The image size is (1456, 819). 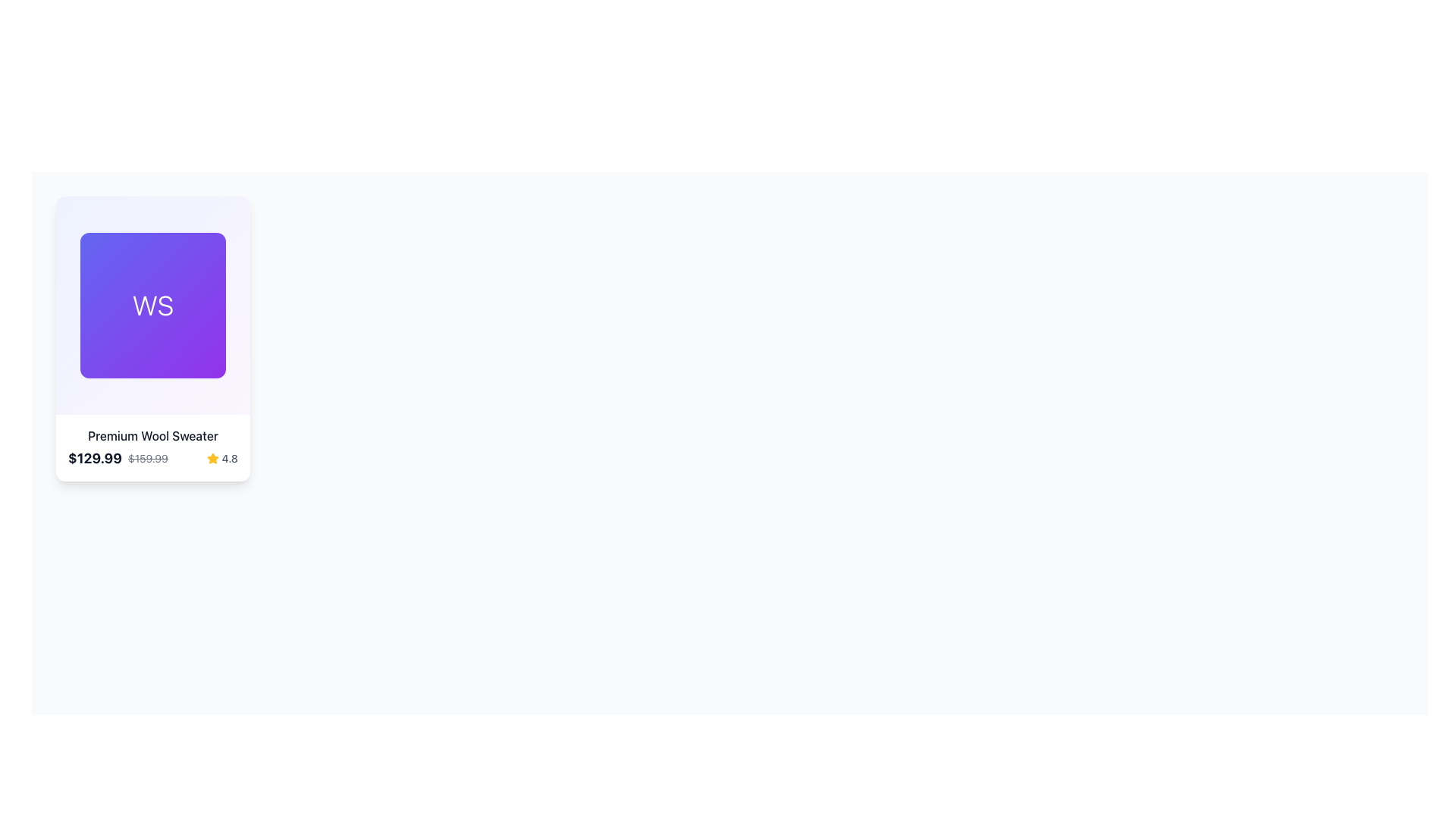 What do you see at coordinates (152, 447) in the screenshot?
I see `the price in the detailed product description section located at the bottom of the card-style component that contains a gradient header with 'WS'` at bounding box center [152, 447].